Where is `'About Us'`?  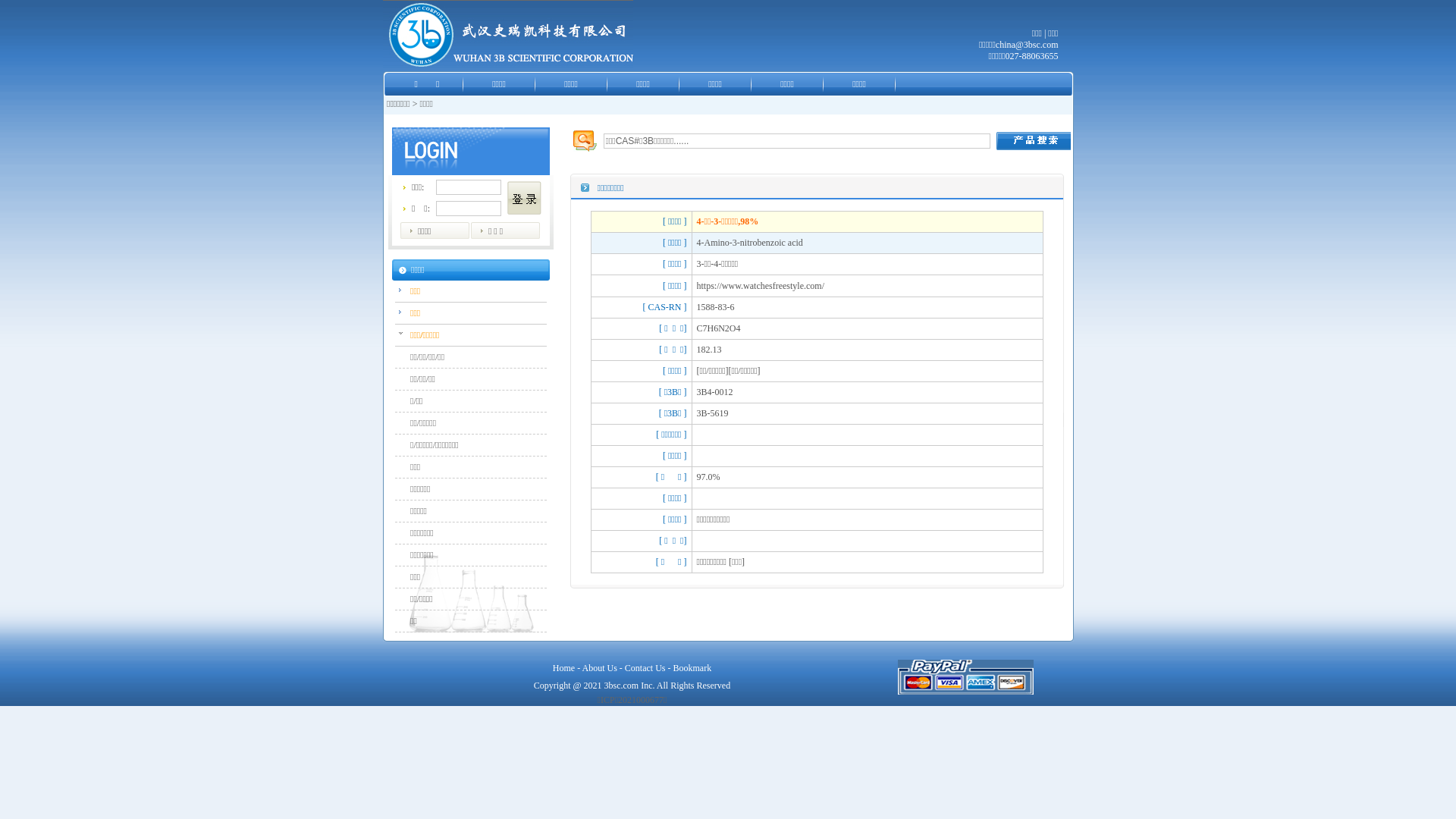 'About Us' is located at coordinates (598, 667).